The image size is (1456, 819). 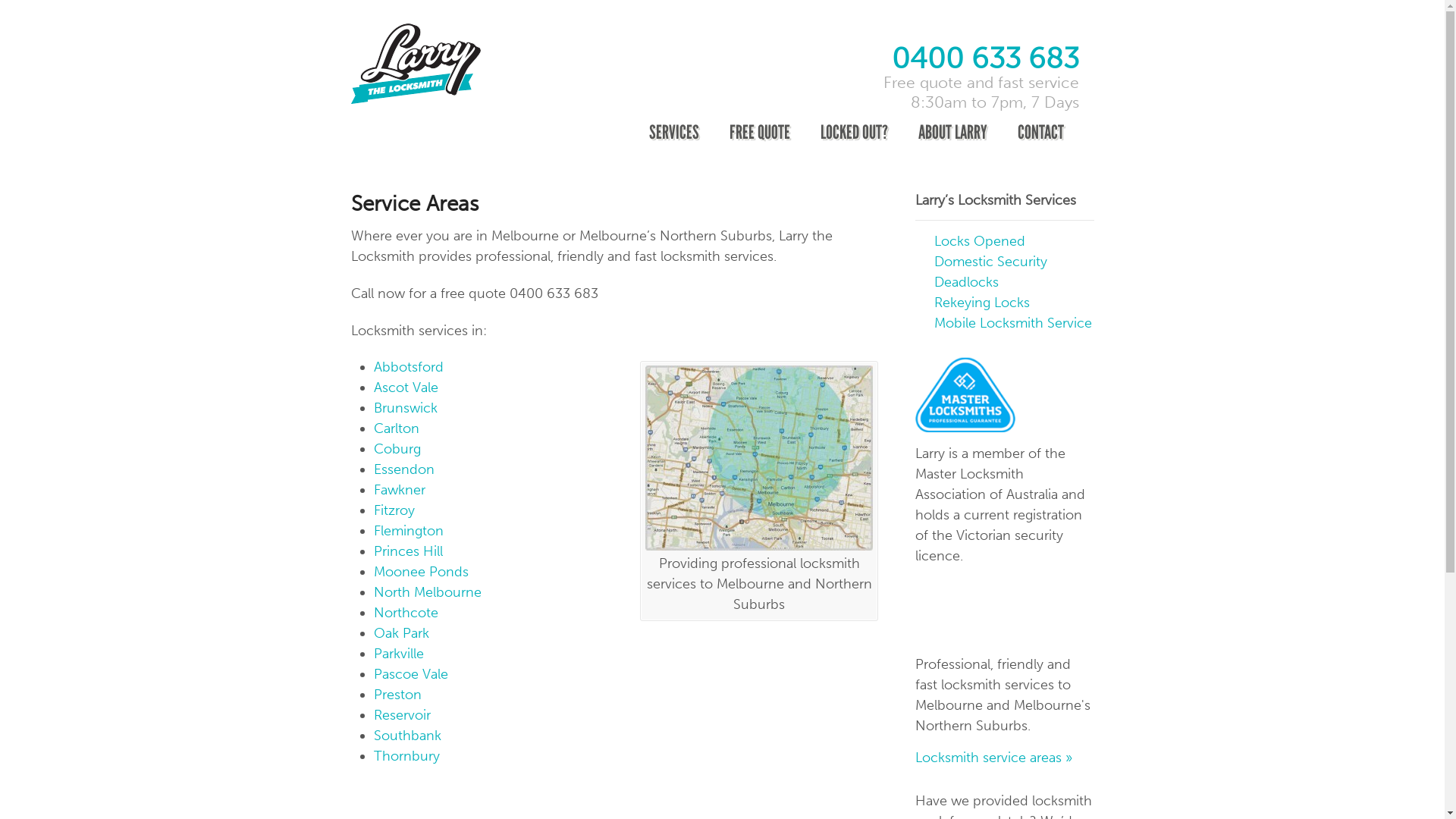 What do you see at coordinates (397, 652) in the screenshot?
I see `'Parkville'` at bounding box center [397, 652].